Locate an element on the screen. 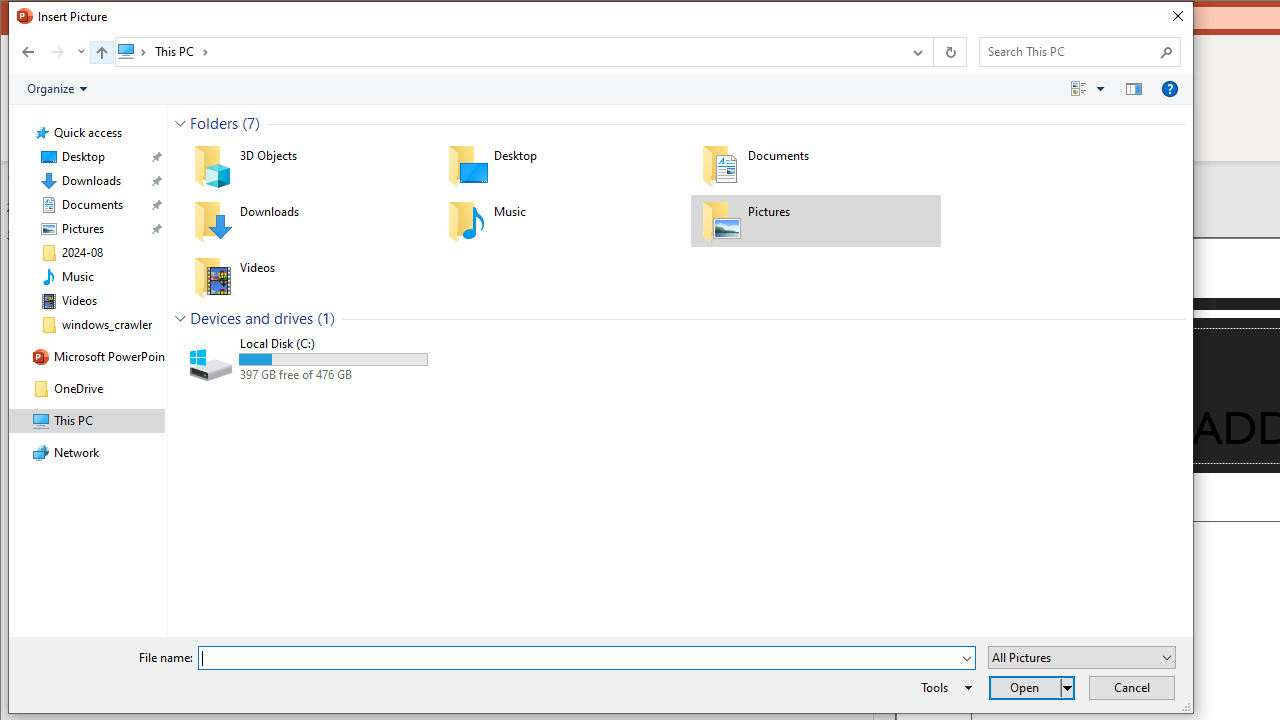  'Address band toolbar' is located at coordinates (932, 50).